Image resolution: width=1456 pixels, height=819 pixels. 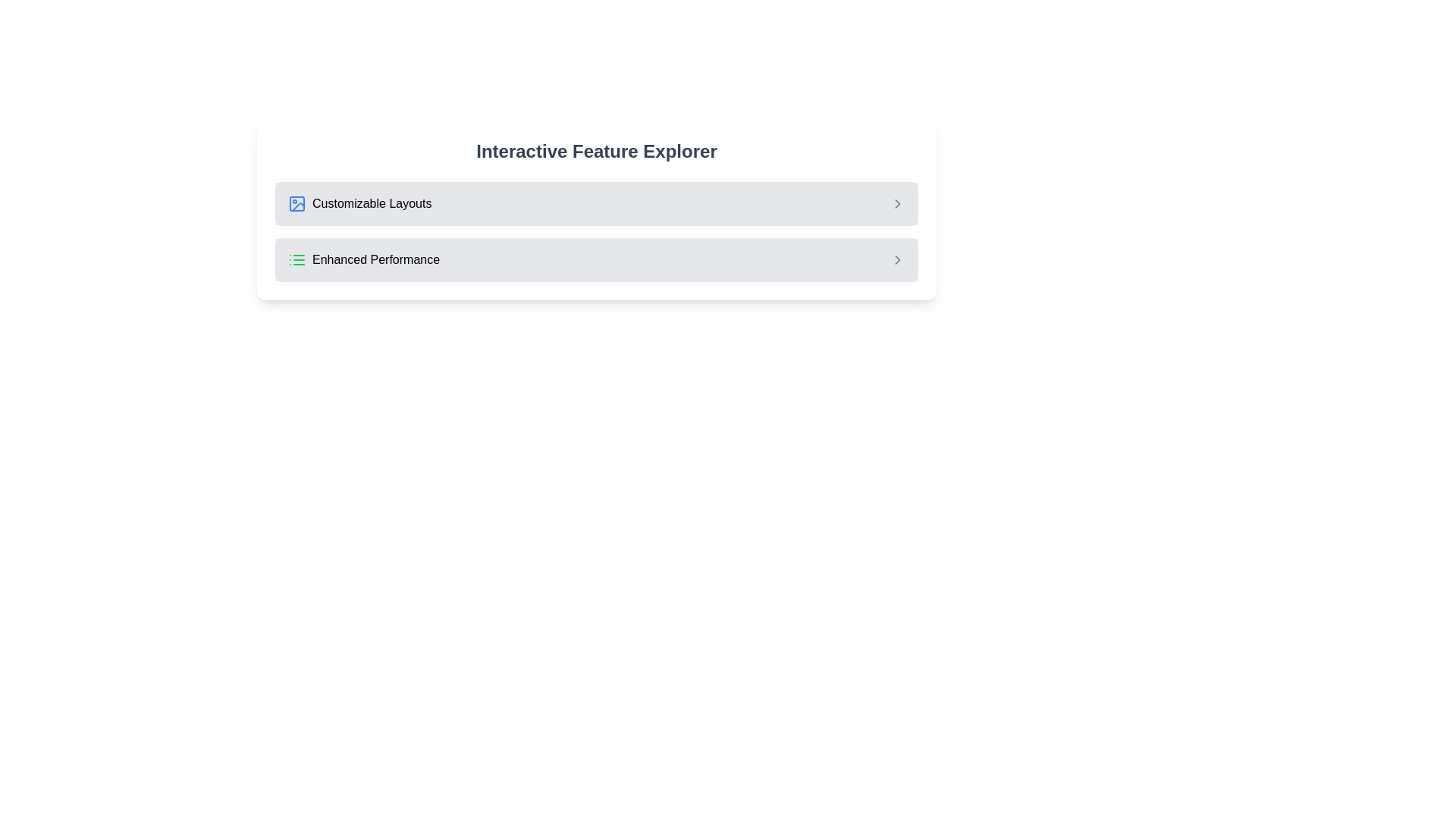 What do you see at coordinates (364, 259) in the screenshot?
I see `the green icon next to the text 'Enhanced Performance' in the highlighted list option` at bounding box center [364, 259].